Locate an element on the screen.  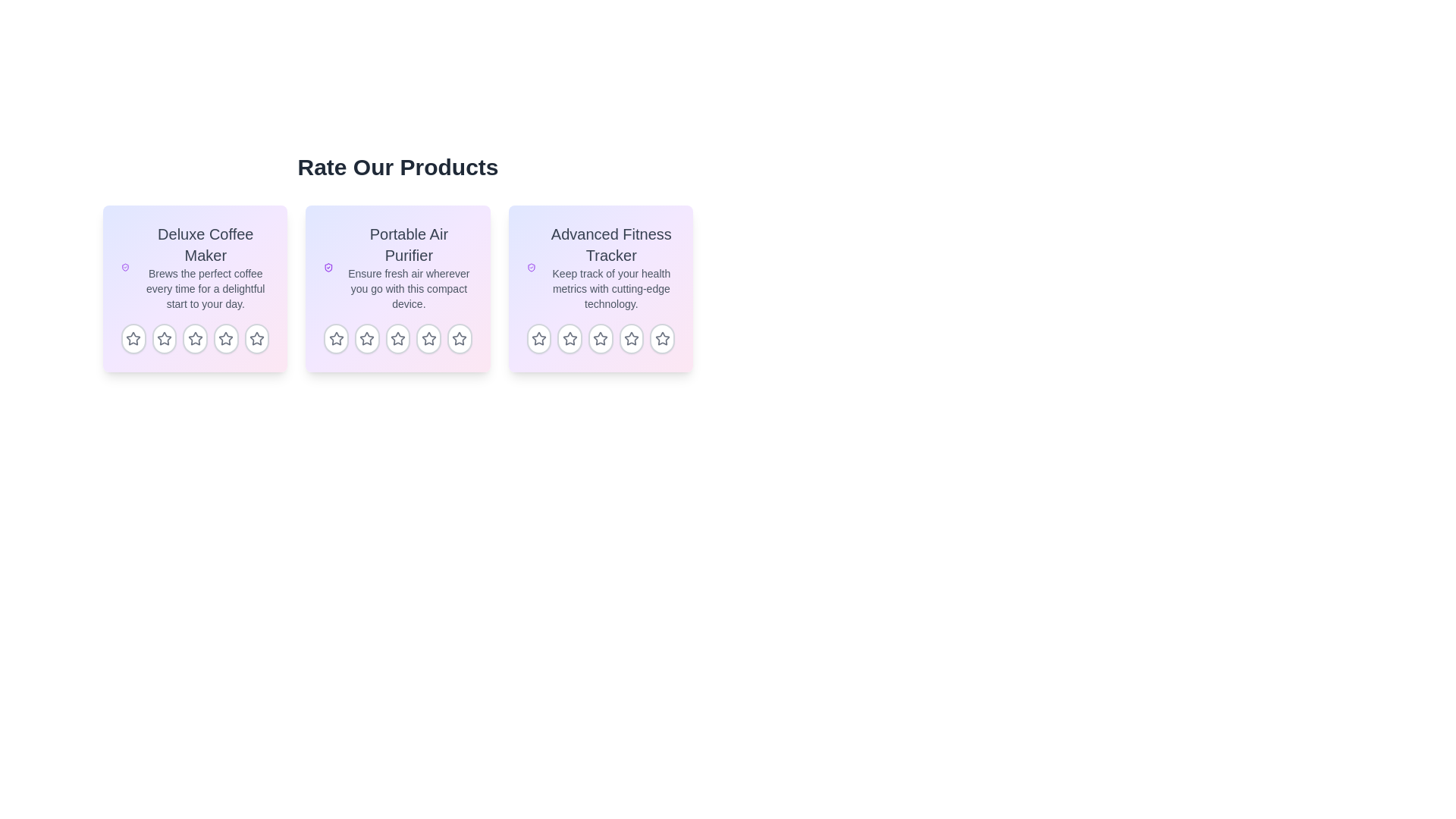
the fourth star icon below the 'Rate Our Products' heading to rate the Portable Air Purifier is located at coordinates (428, 337).